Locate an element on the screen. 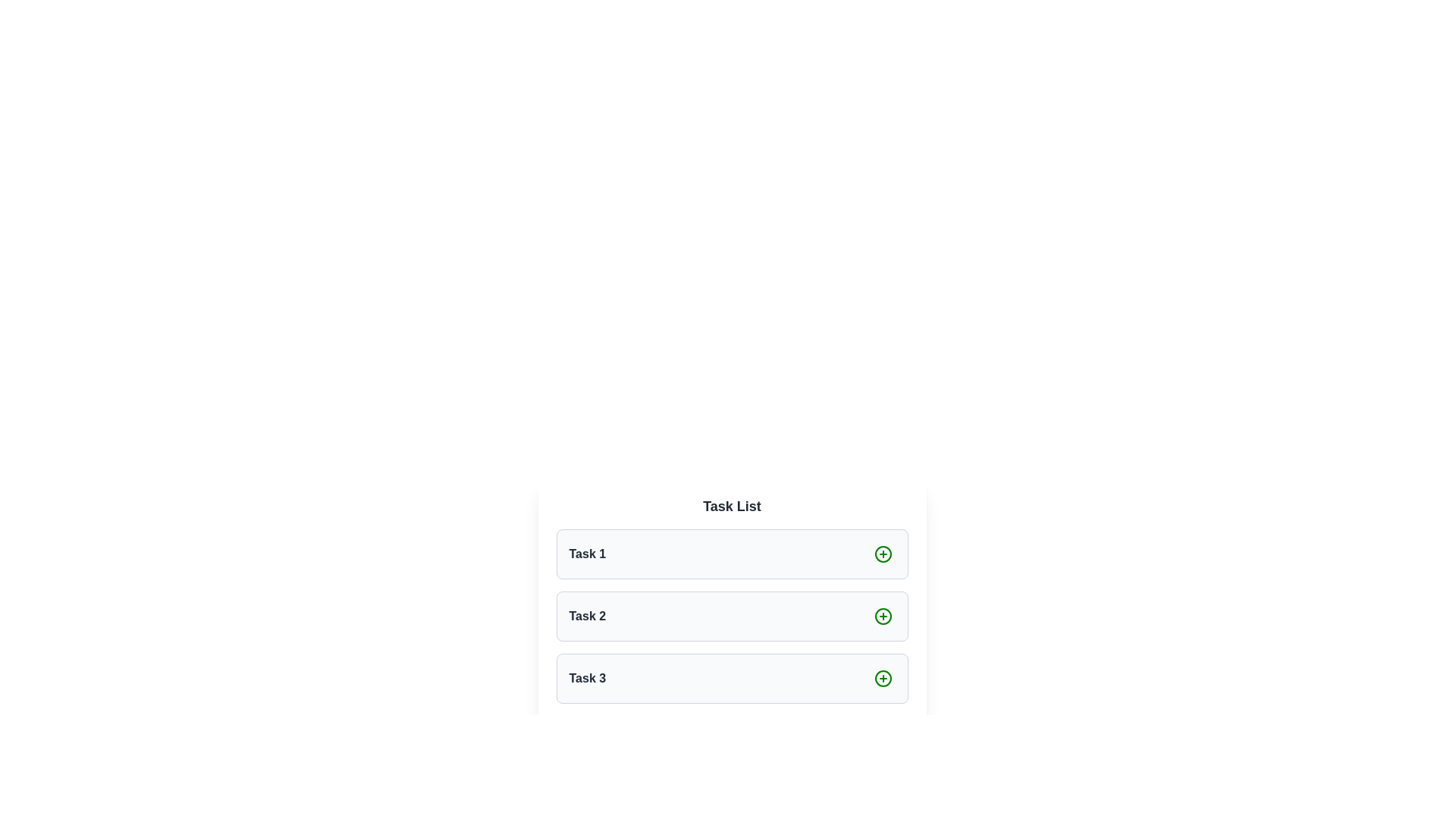 The height and width of the screenshot is (819, 1456). the SVG circle element with a radius of 10 located at the end of the row for 'Task 1', which is styled with no fill and a green stroke is located at coordinates (883, 554).